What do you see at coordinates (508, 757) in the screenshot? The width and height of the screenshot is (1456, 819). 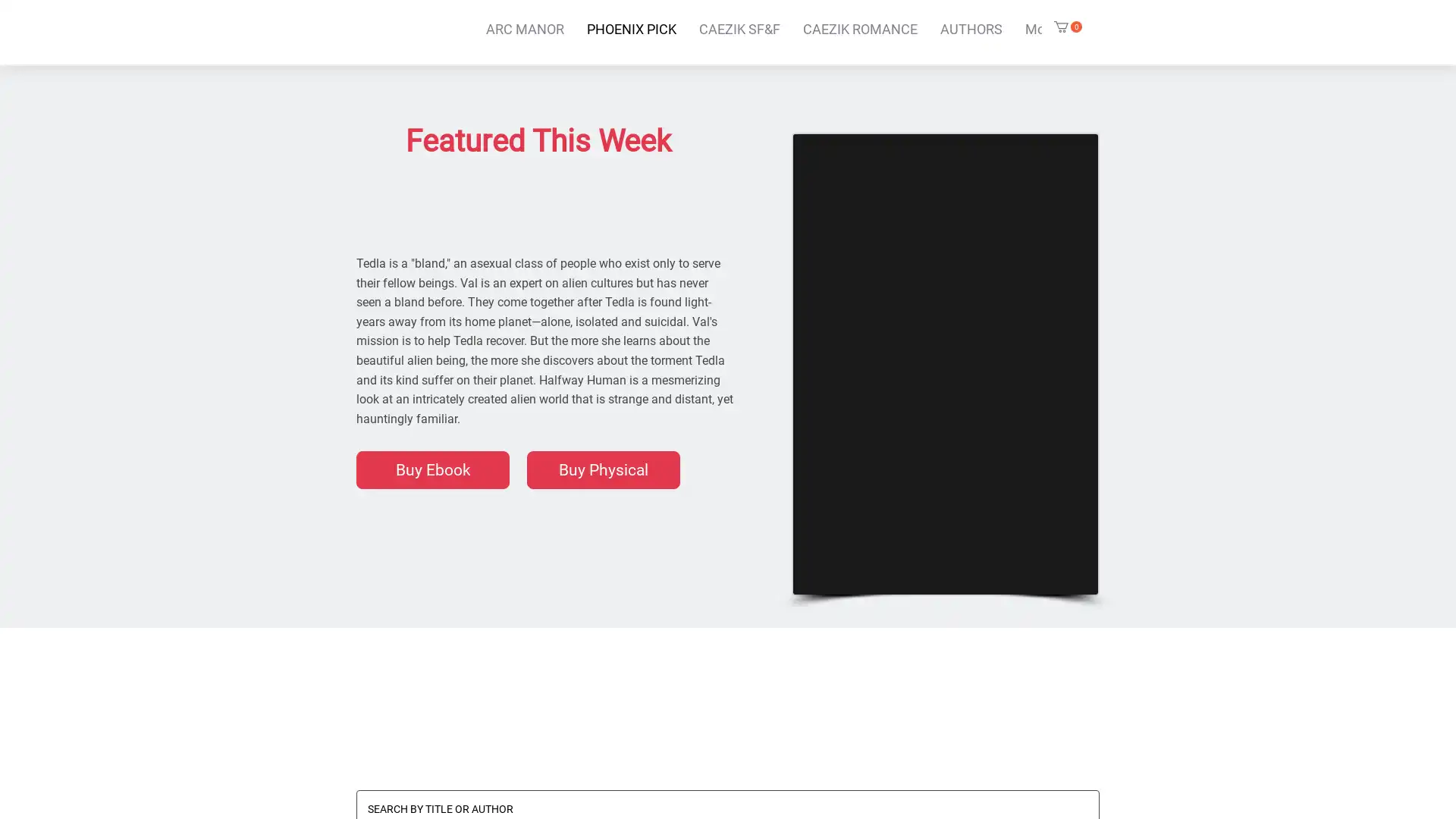 I see `ANTHOLOGIES` at bounding box center [508, 757].